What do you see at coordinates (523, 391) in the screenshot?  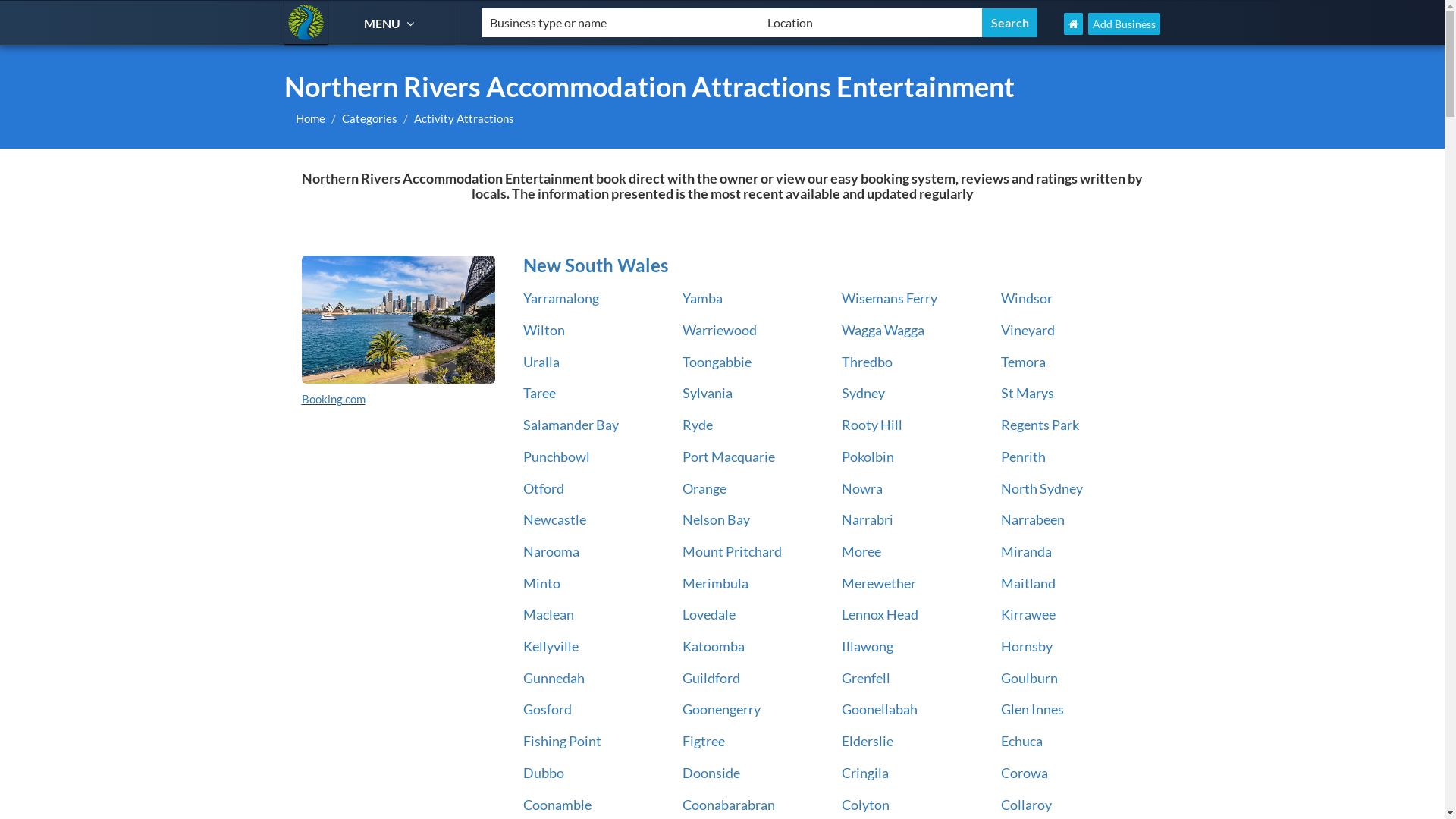 I see `'Taree'` at bounding box center [523, 391].